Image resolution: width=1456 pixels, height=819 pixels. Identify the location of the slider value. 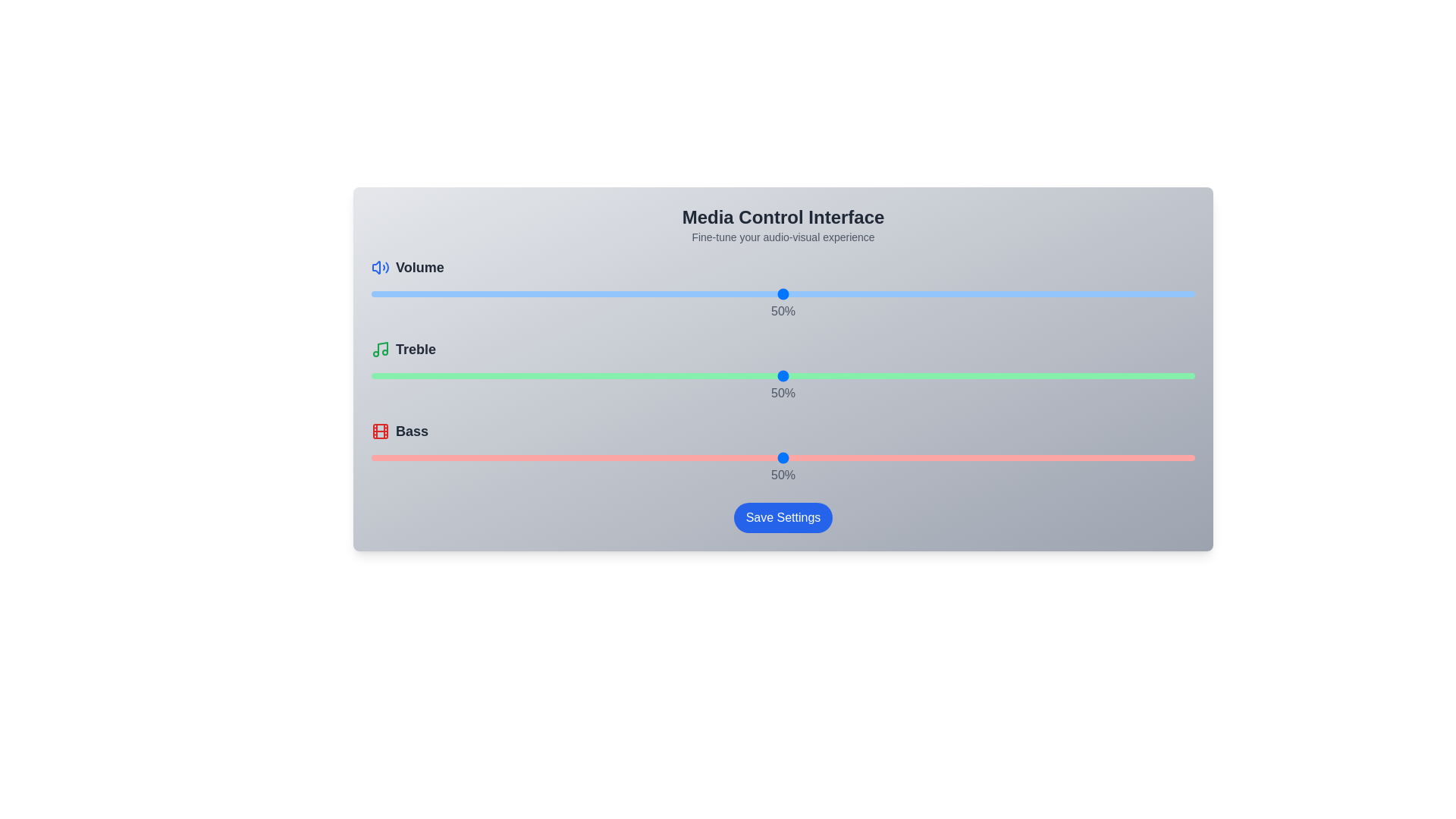
(1062, 375).